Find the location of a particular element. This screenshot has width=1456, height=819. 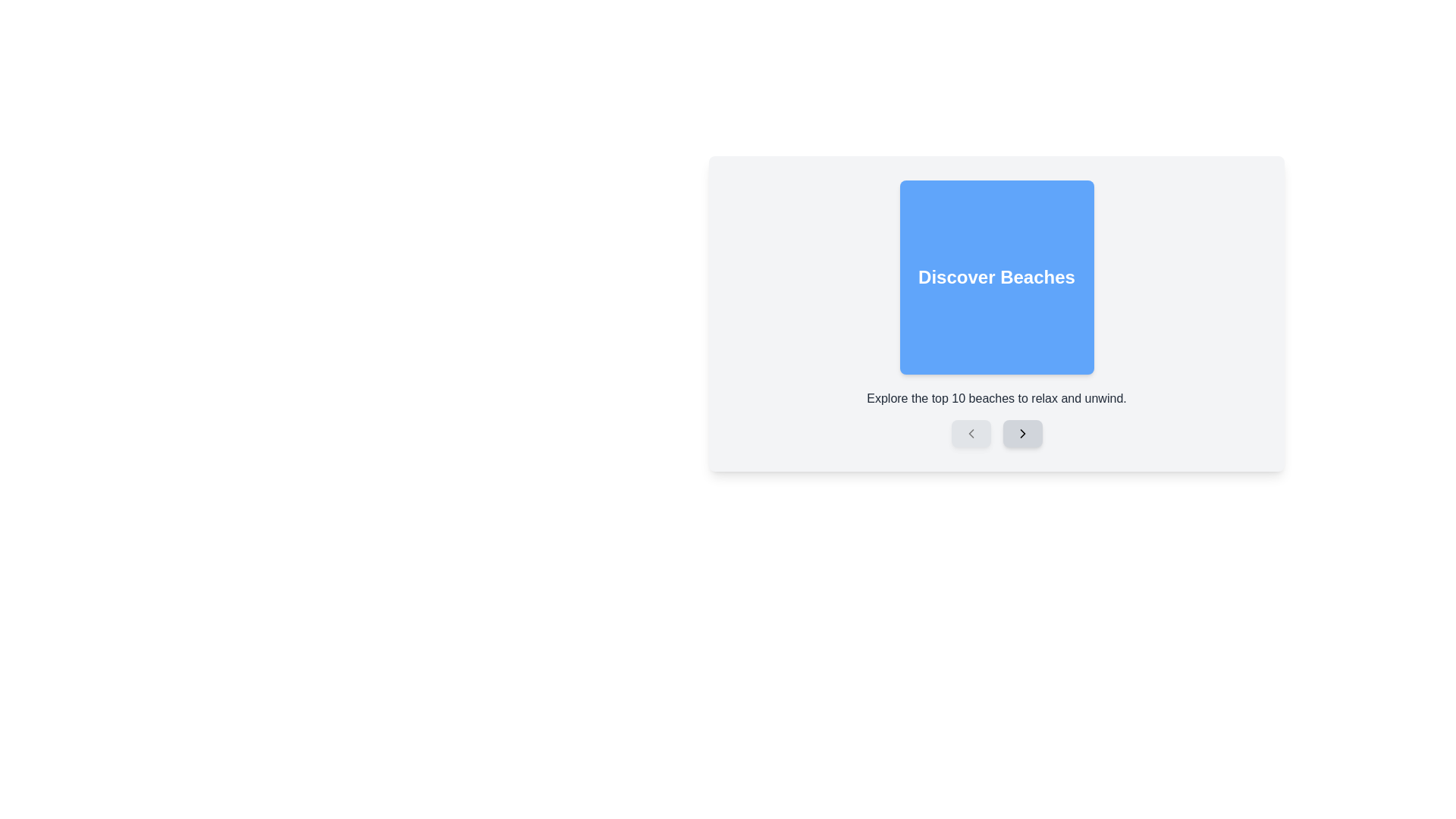

the rightward-pointing chevron icon indicating forward navigation, which is part of a button beside a leftward-pointing arrow button, located below the text 'Explore the top 10 beaches to relax and unwind' is located at coordinates (1022, 433).